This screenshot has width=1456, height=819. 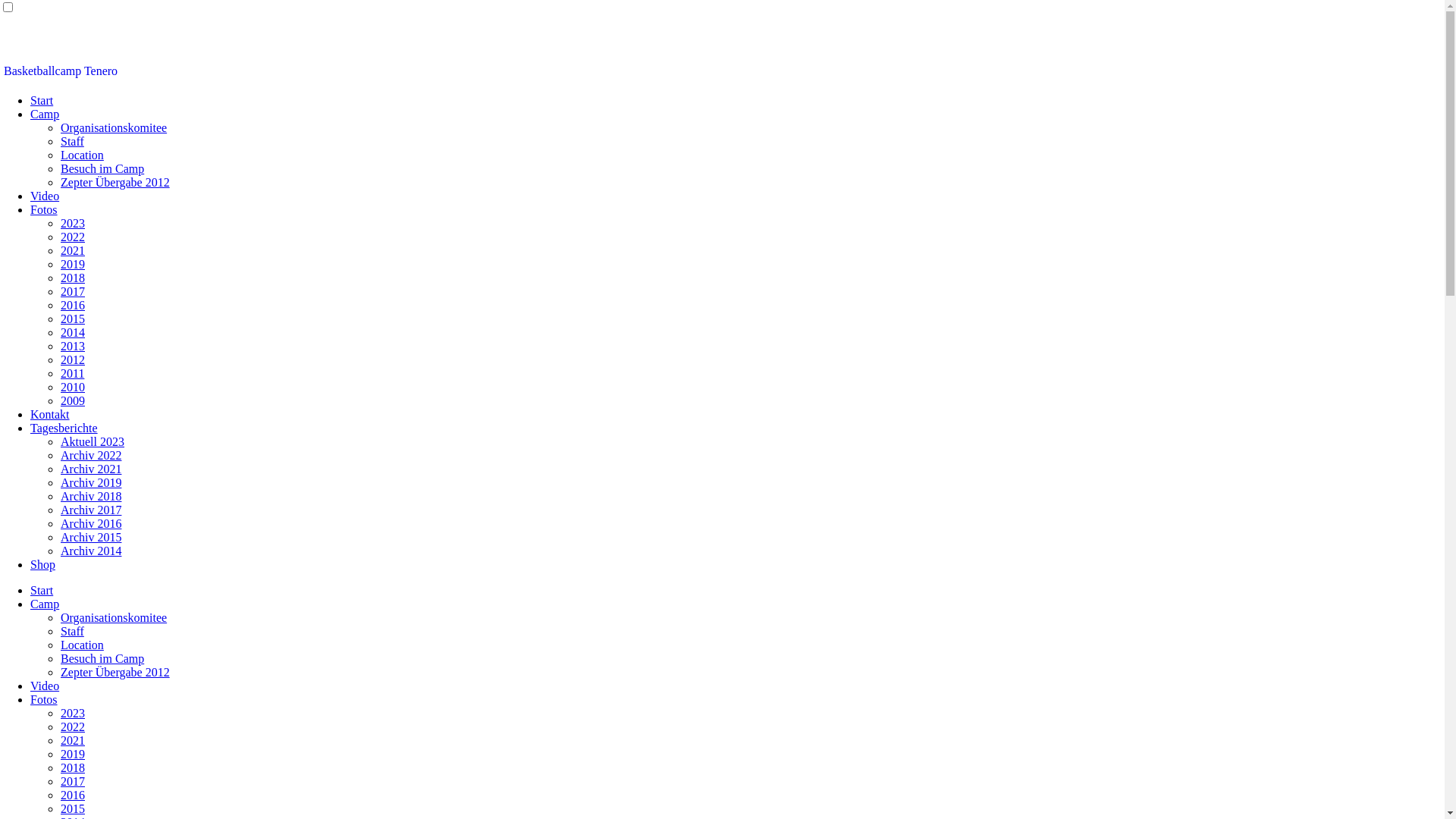 I want to click on 'Archiv 2021', so click(x=61, y=468).